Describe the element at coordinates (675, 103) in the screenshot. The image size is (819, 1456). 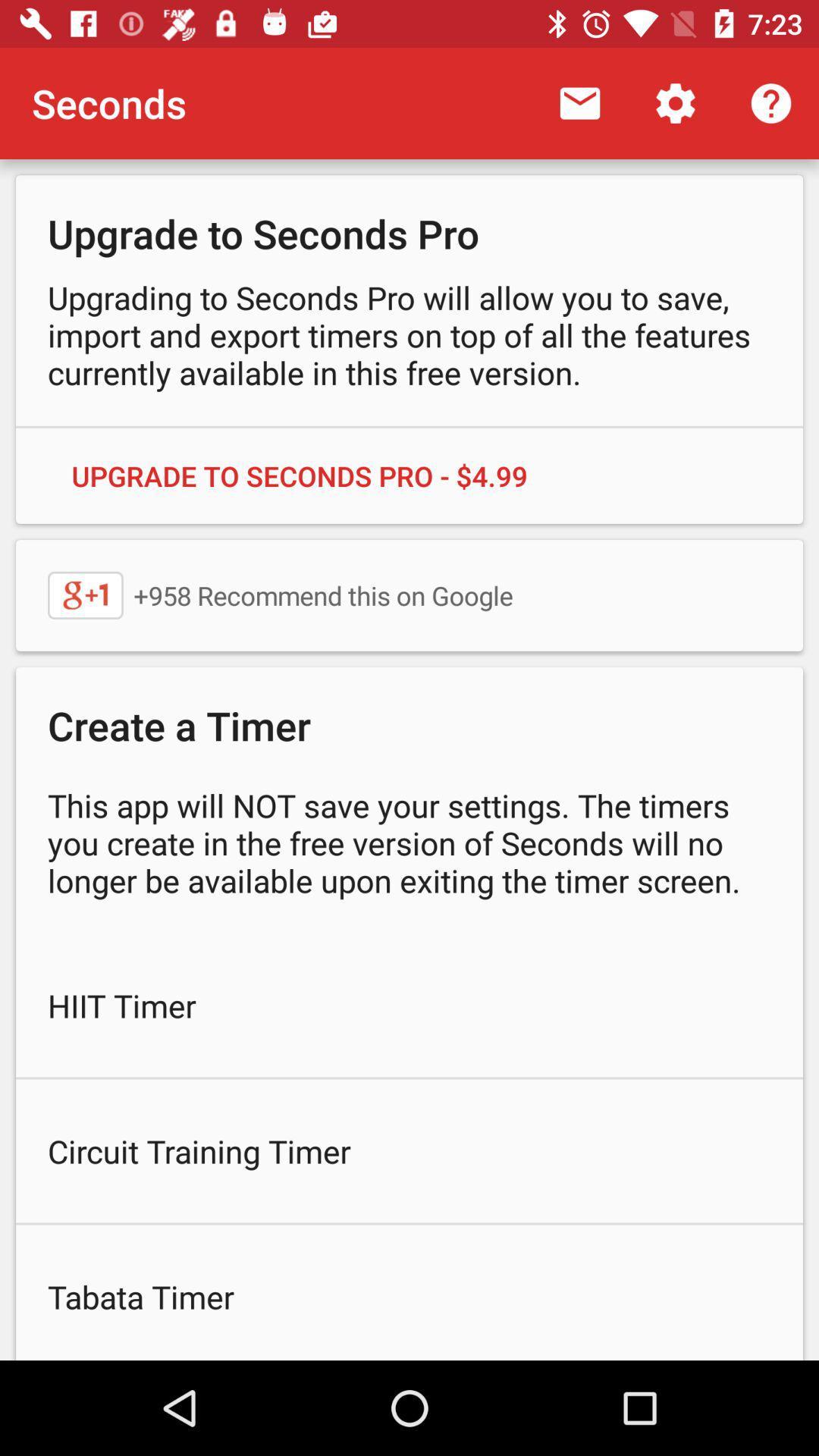
I see `settings` at that location.